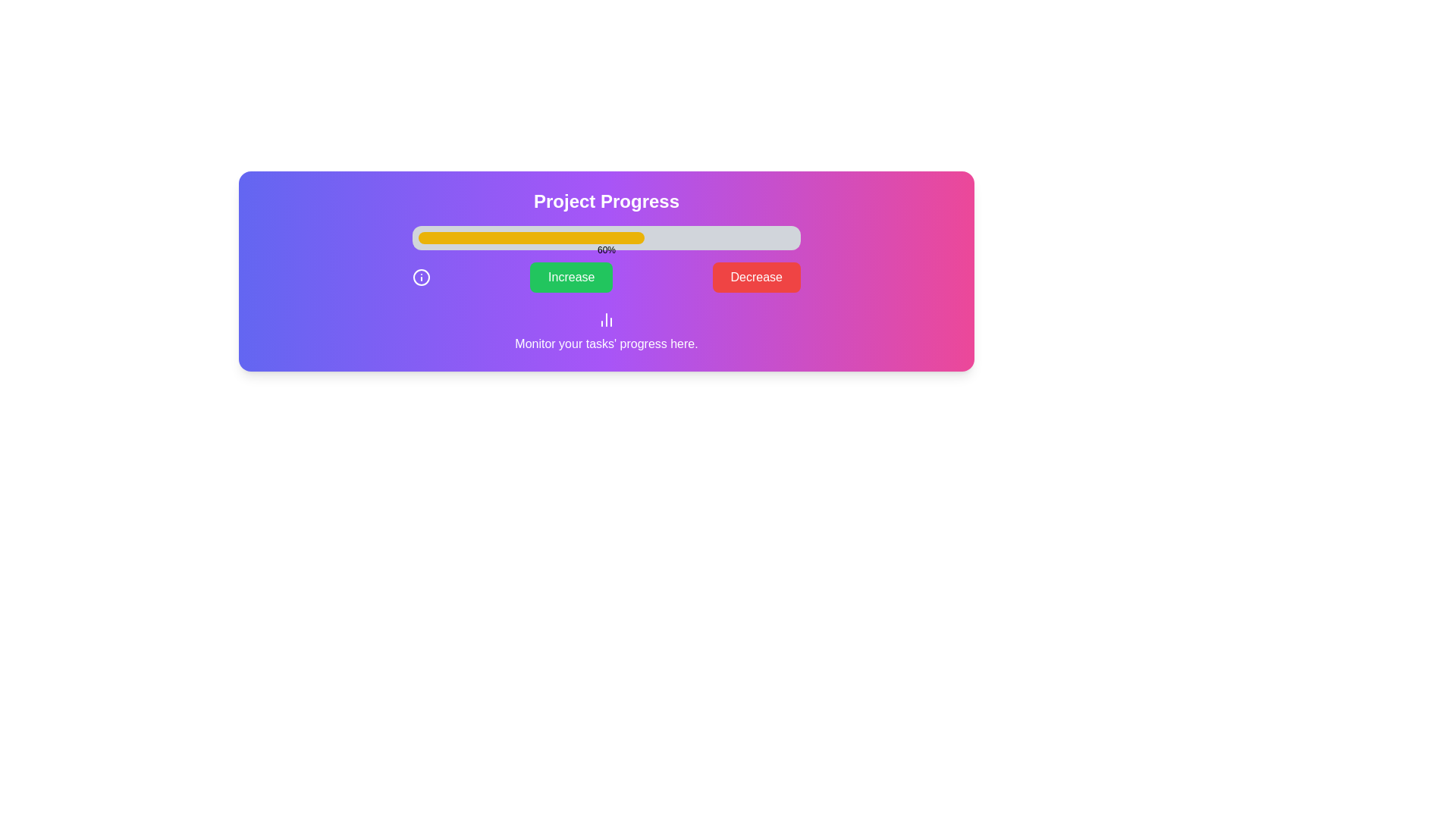 Image resolution: width=1456 pixels, height=819 pixels. I want to click on the Text Label displaying '60%' which is centered on the yellow progress bar, so click(607, 249).